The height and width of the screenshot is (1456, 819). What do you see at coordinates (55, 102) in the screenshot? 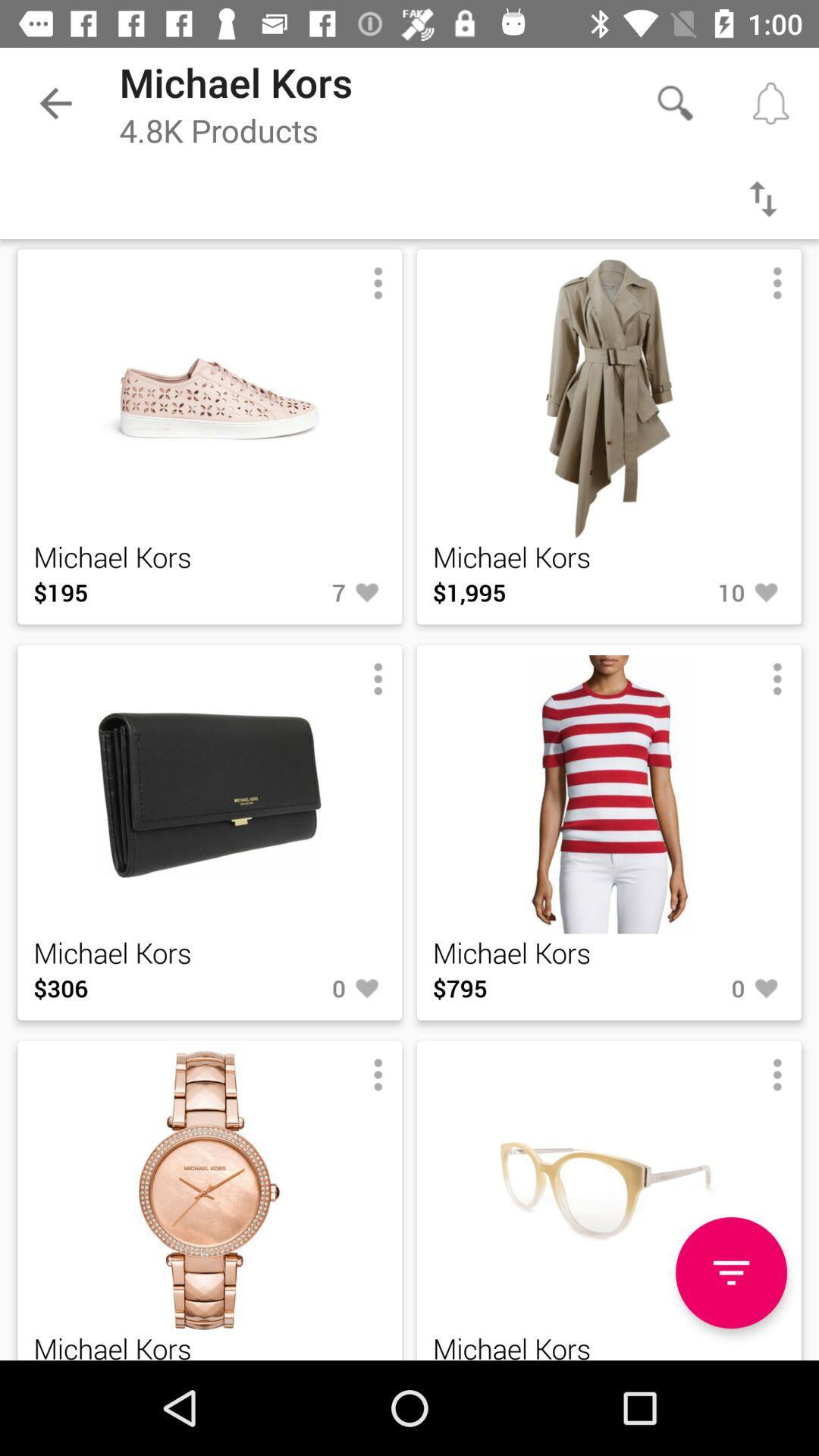
I see `icon to the left of michael kors app` at bounding box center [55, 102].